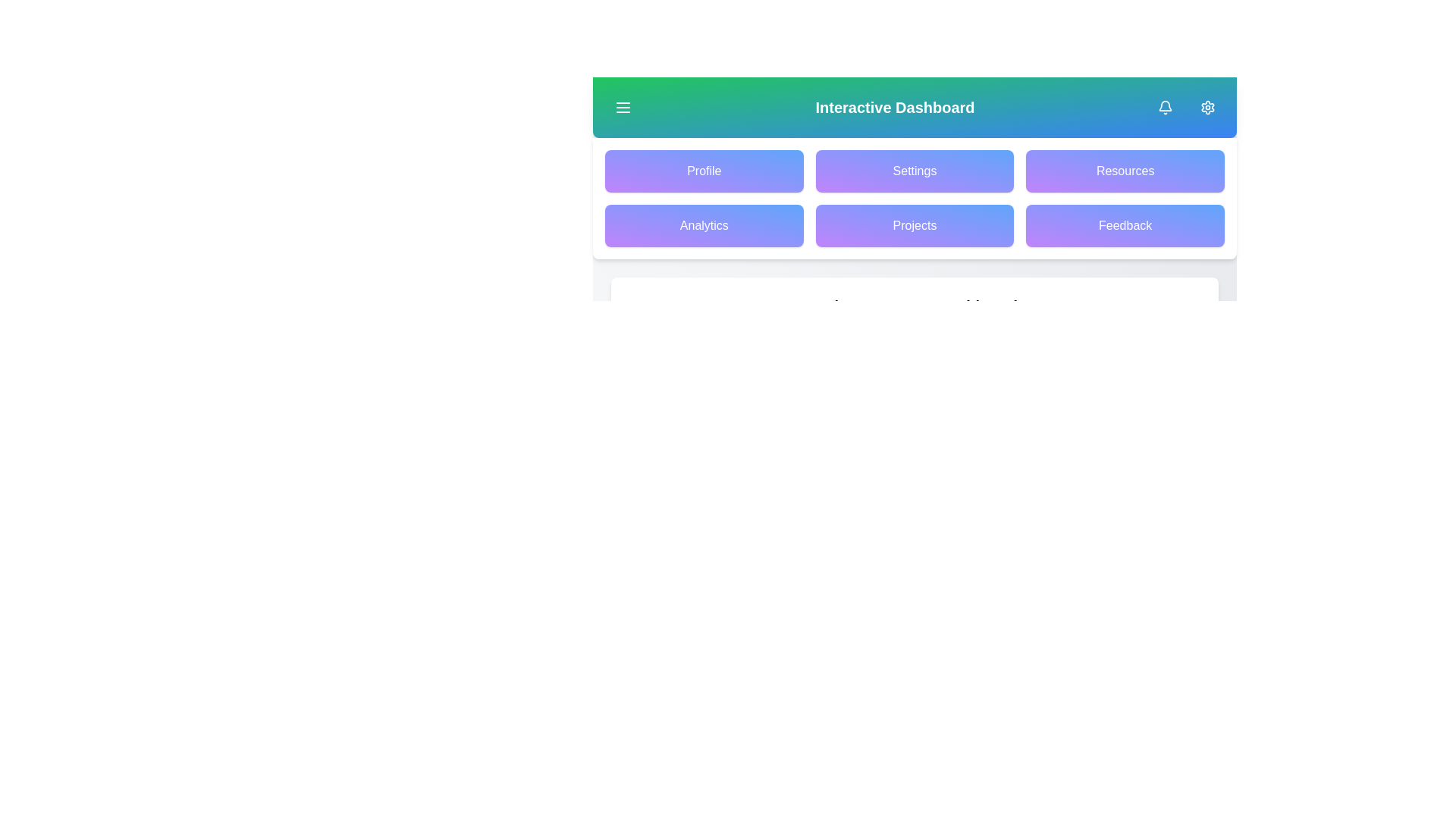 Image resolution: width=1456 pixels, height=819 pixels. Describe the element at coordinates (913, 225) in the screenshot. I see `the Projects button to navigate to the corresponding section` at that location.